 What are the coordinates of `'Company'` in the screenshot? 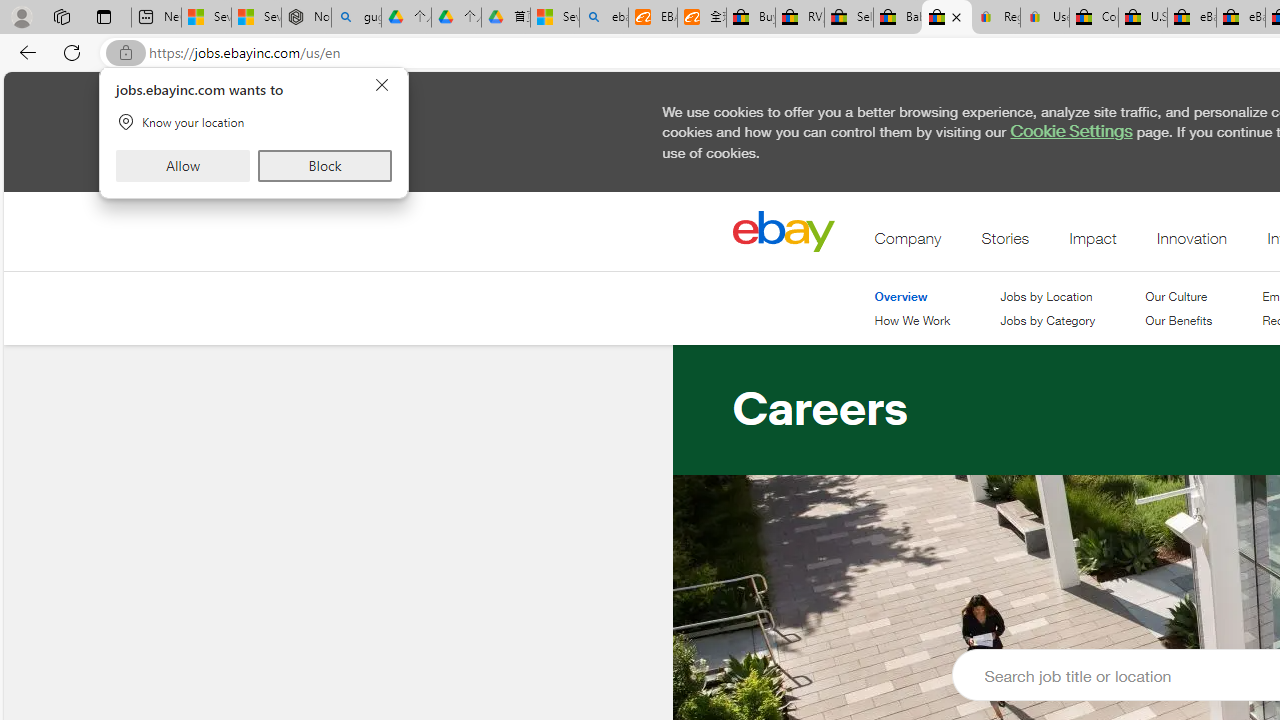 It's located at (907, 242).